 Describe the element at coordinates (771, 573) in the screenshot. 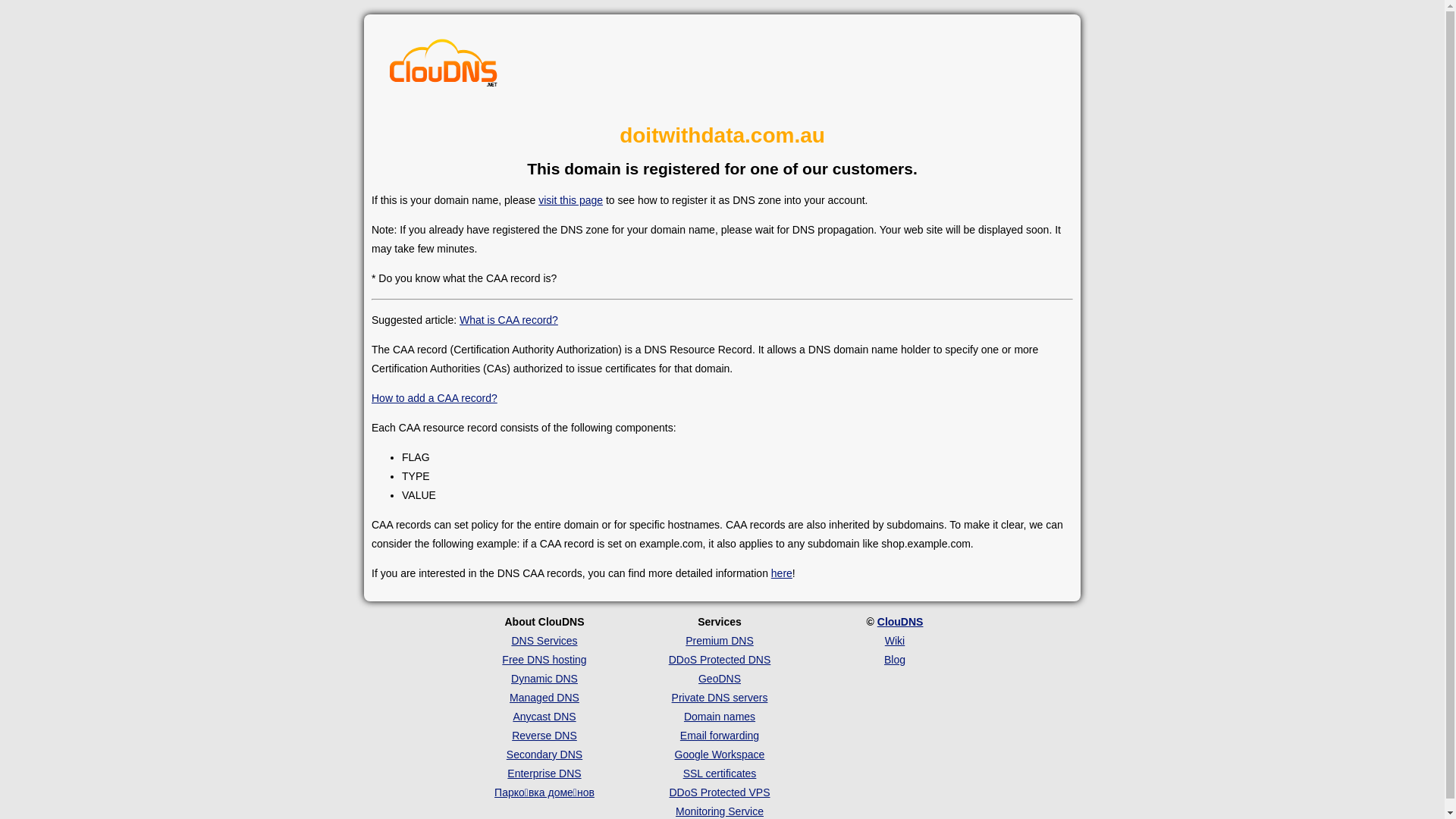

I see `'here'` at that location.